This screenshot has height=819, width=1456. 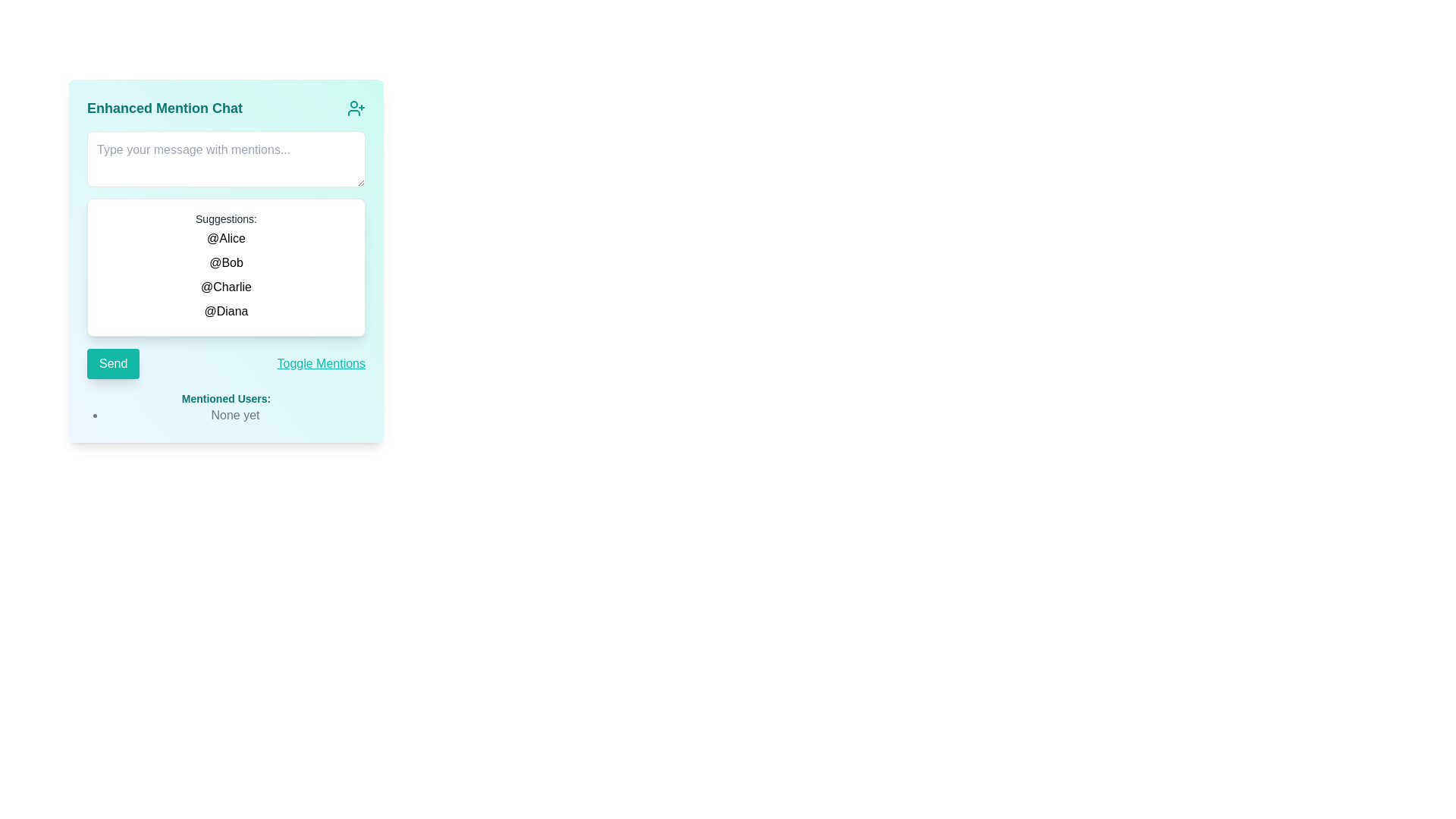 What do you see at coordinates (225, 239) in the screenshot?
I see `the first suggestion in the list under the header 'Suggestions:' by left clicking on it` at bounding box center [225, 239].